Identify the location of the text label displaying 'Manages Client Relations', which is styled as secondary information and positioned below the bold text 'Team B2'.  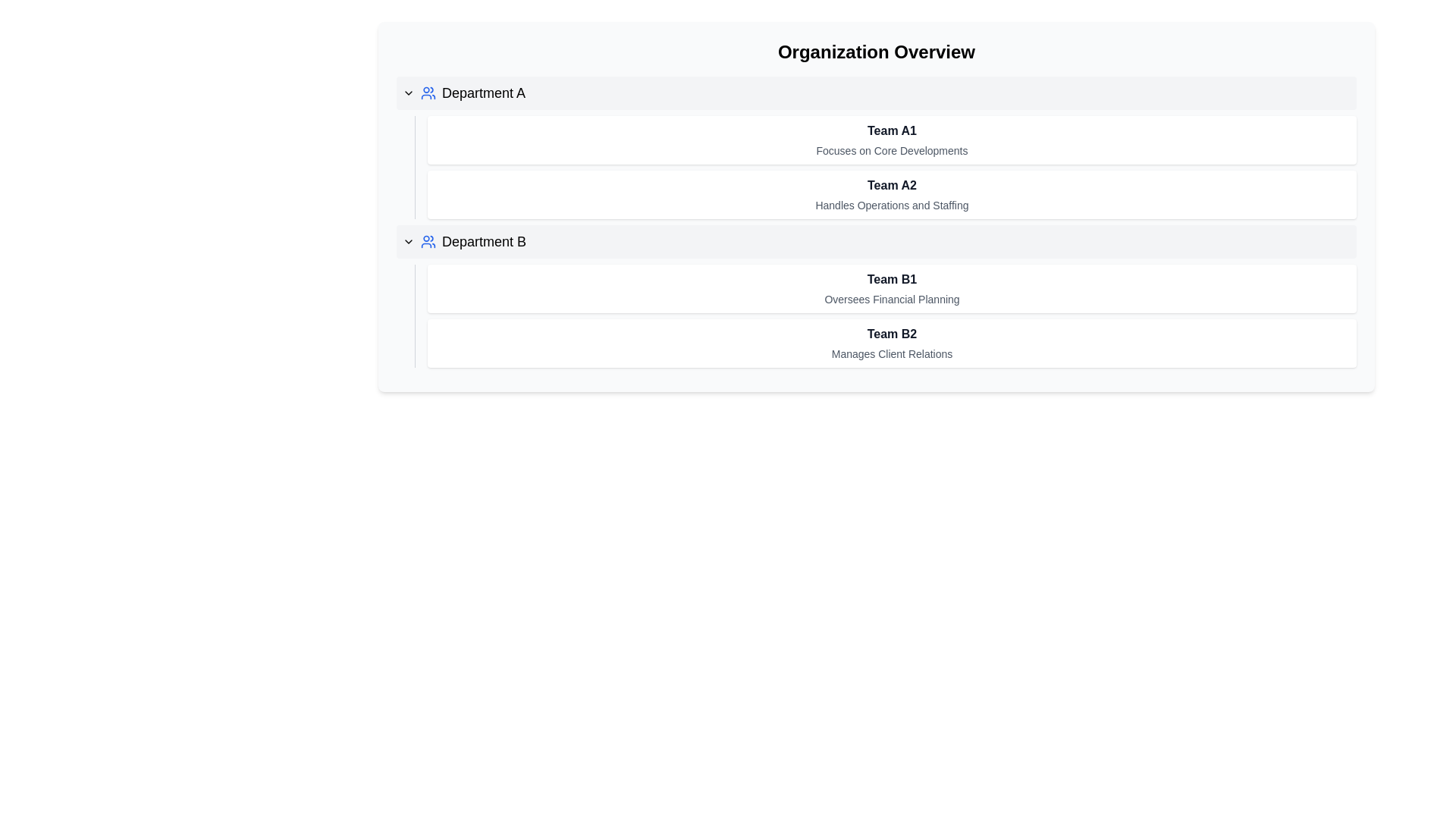
(892, 353).